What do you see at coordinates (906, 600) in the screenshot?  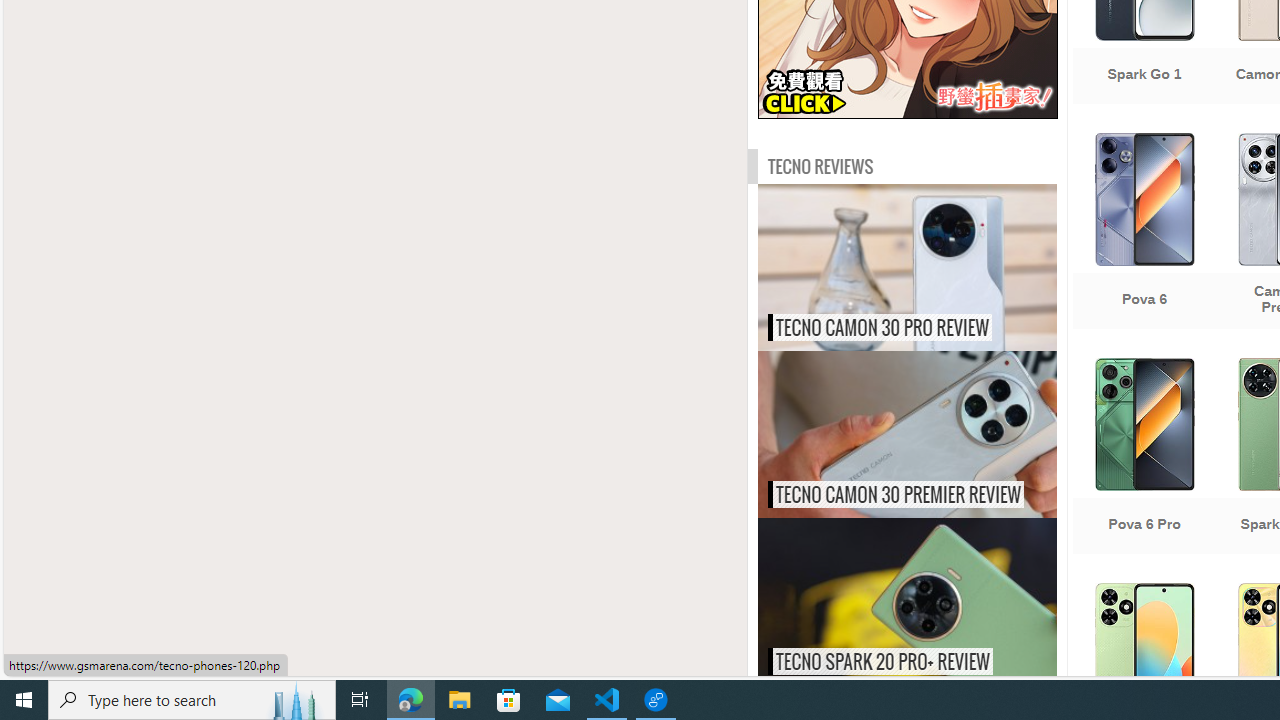 I see `'Tecno Spark 20 Pro+ review TECNO SPARK 20 PRO+ REVIEW'` at bounding box center [906, 600].